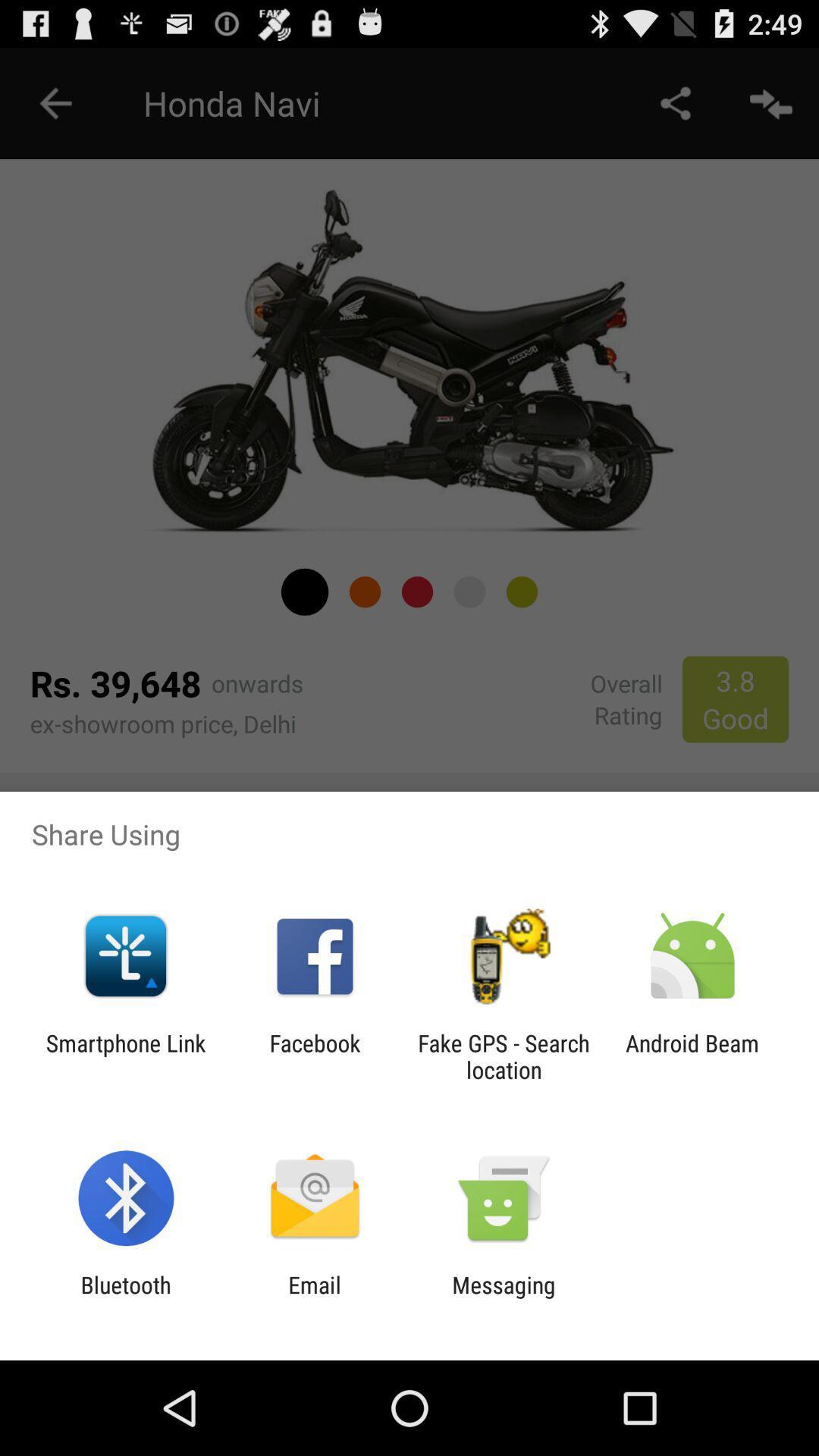 This screenshot has width=819, height=1456. Describe the element at coordinates (504, 1056) in the screenshot. I see `icon to the right of facebook item` at that location.